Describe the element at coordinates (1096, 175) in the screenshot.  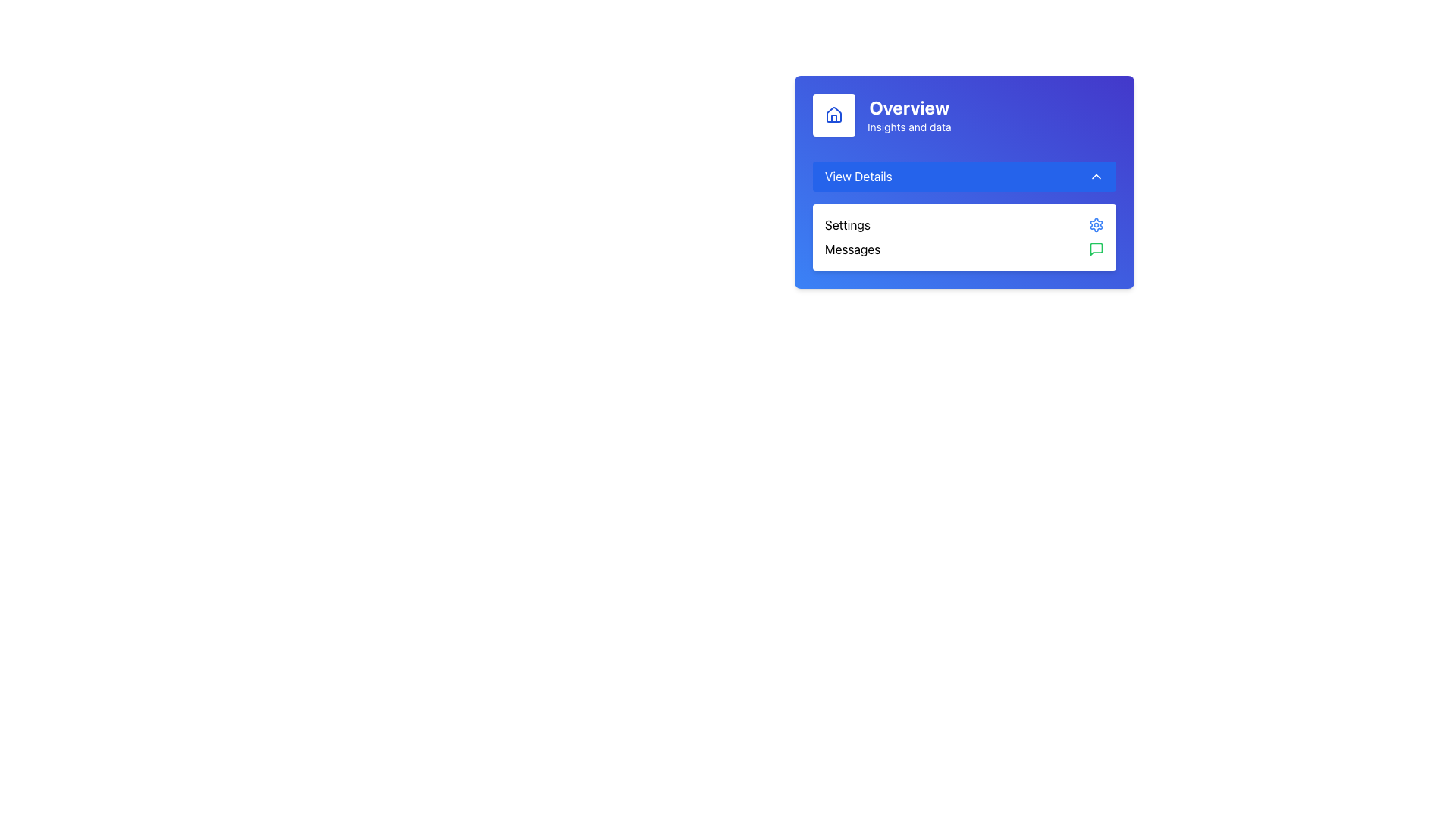
I see `the small, upward-pointing chevron icon located at the far right edge of the 'View Details' button to trigger a visual change` at that location.